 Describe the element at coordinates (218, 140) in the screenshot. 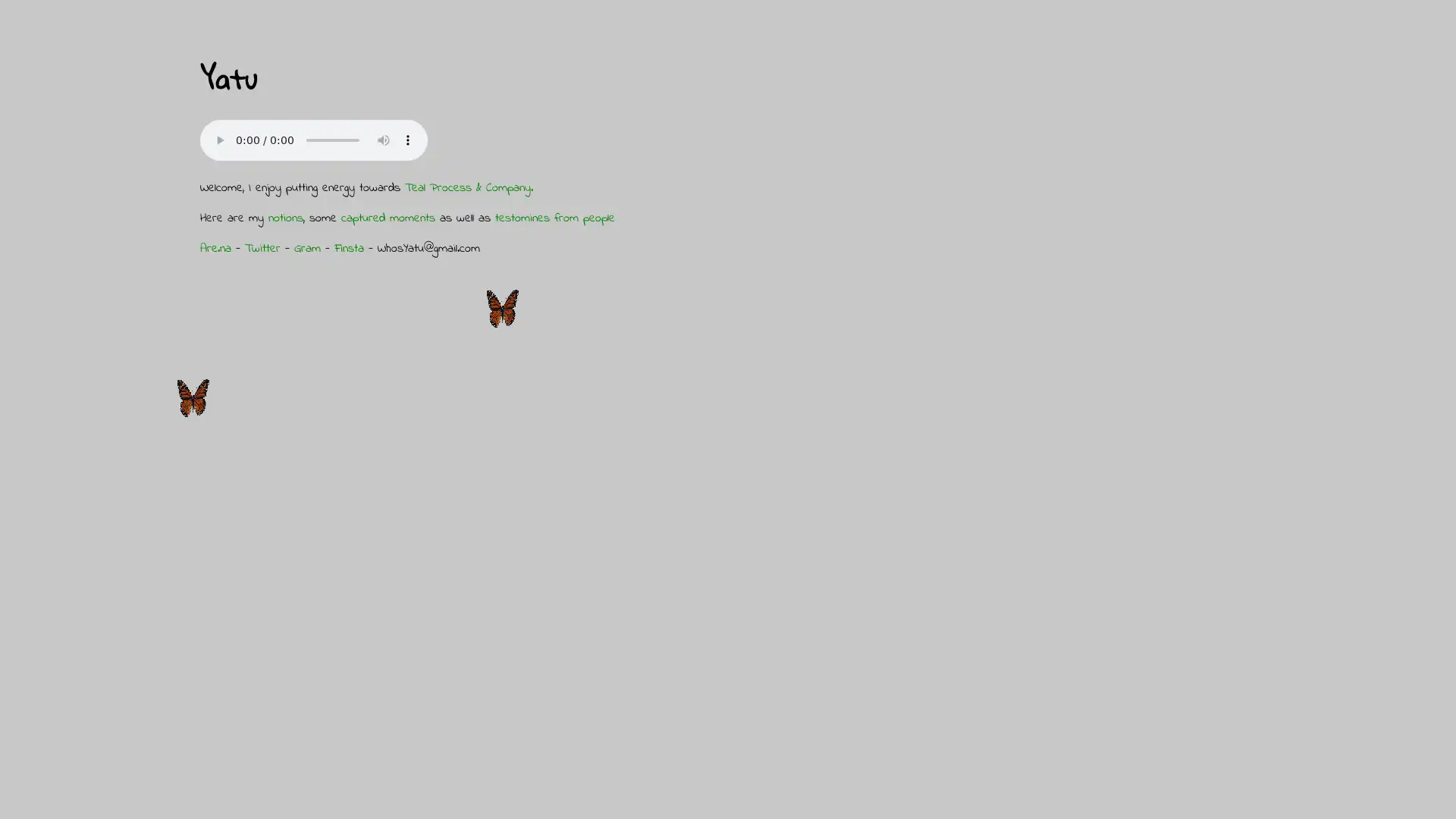

I see `play` at that location.